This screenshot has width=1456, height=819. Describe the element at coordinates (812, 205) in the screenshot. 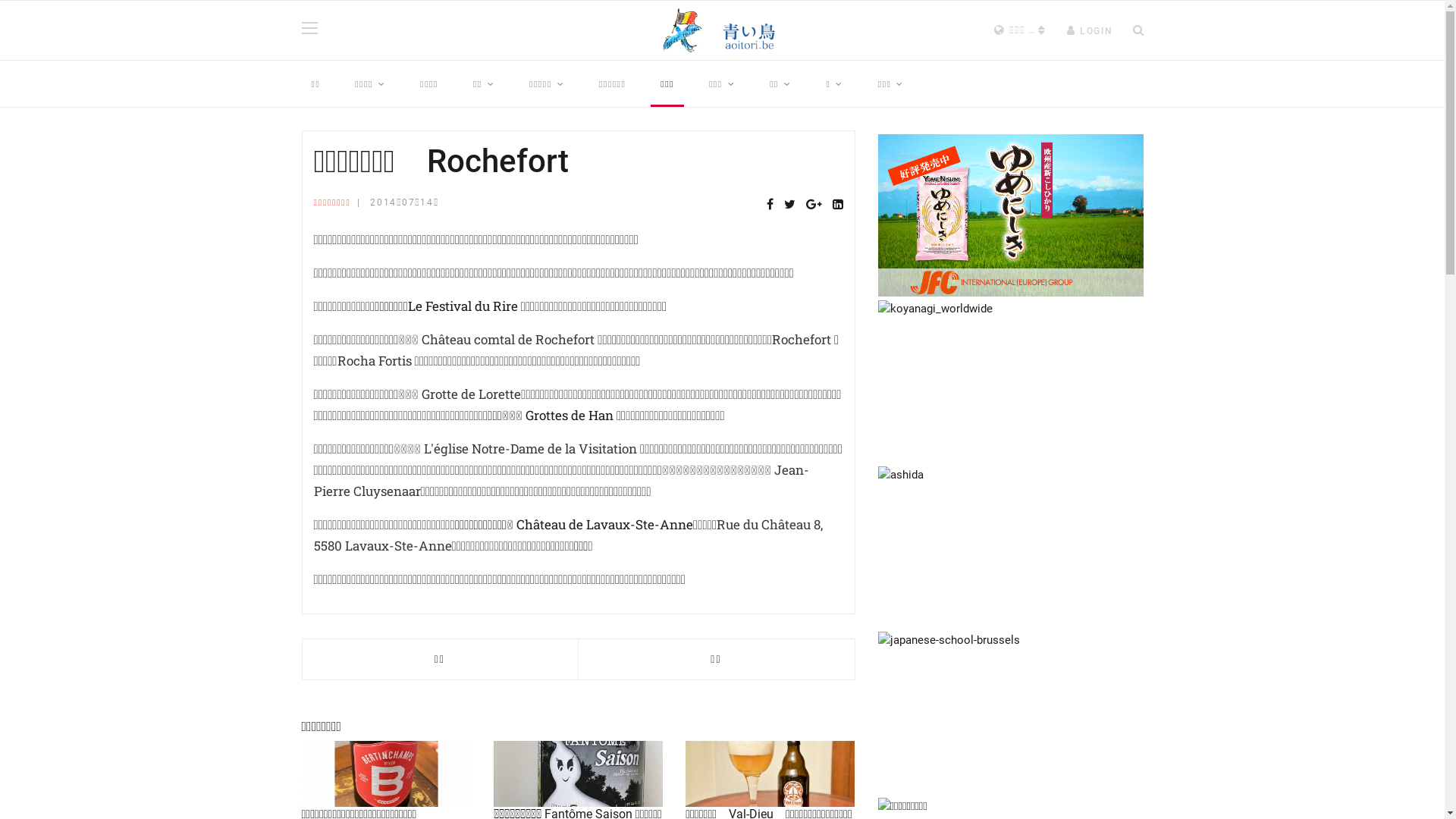

I see `'Google Plus'` at that location.